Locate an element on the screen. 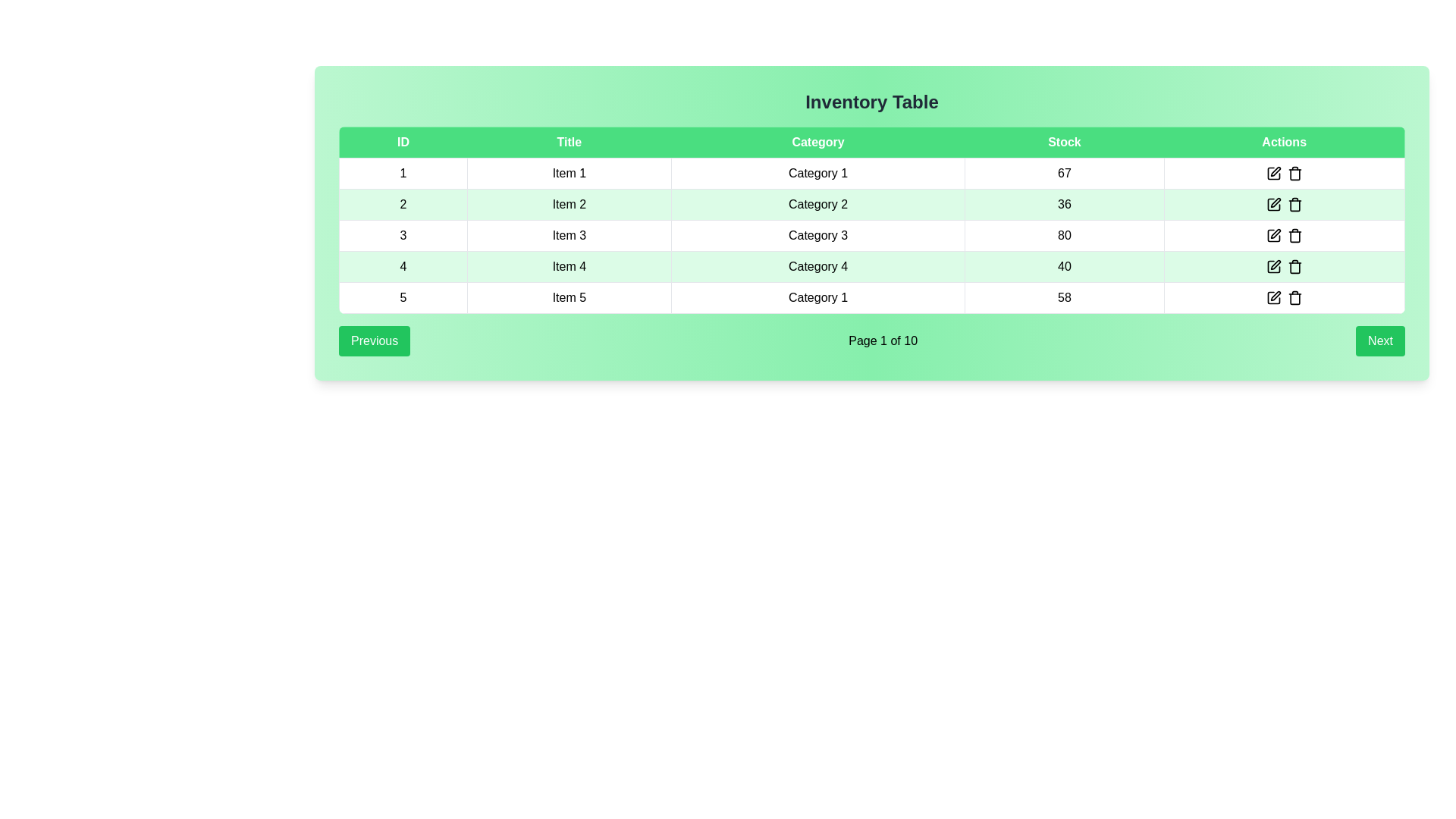 Image resolution: width=1456 pixels, height=819 pixels. the centered header labeled 'Inventory Table', which is bold and stands out against a green gradient background is located at coordinates (872, 102).